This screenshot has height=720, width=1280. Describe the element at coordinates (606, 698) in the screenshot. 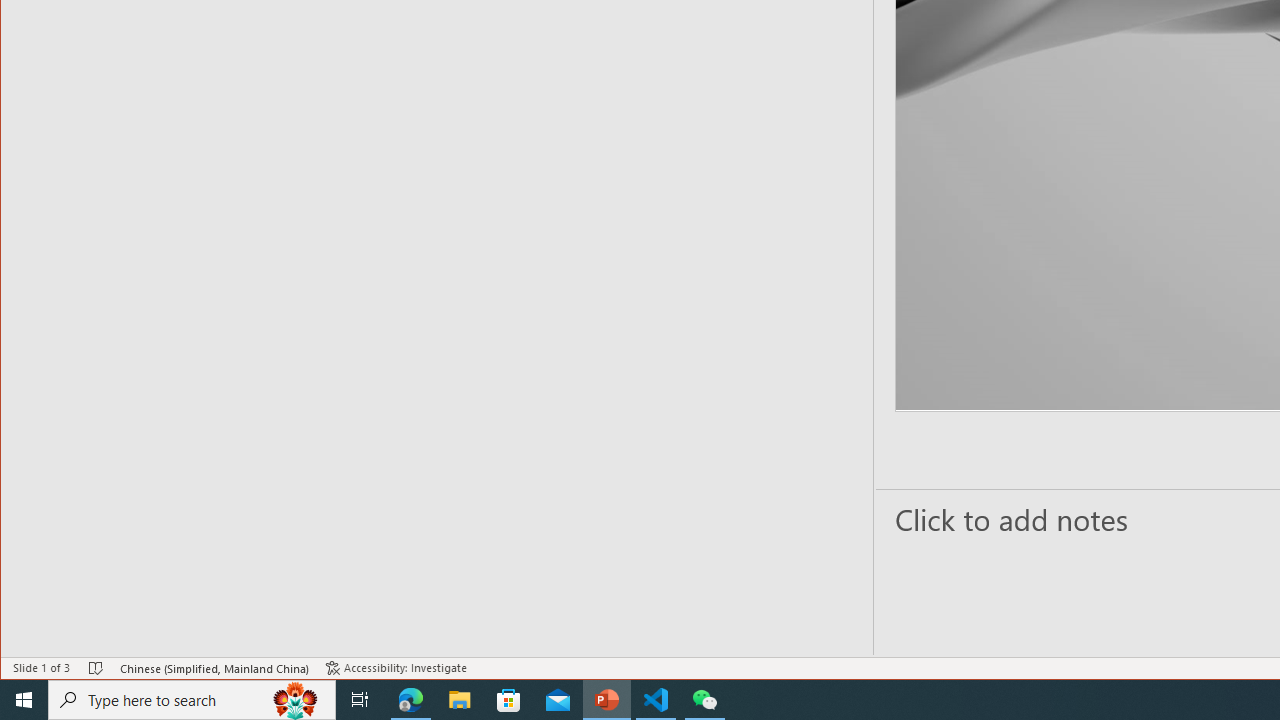

I see `'PowerPoint - 1 running window'` at that location.